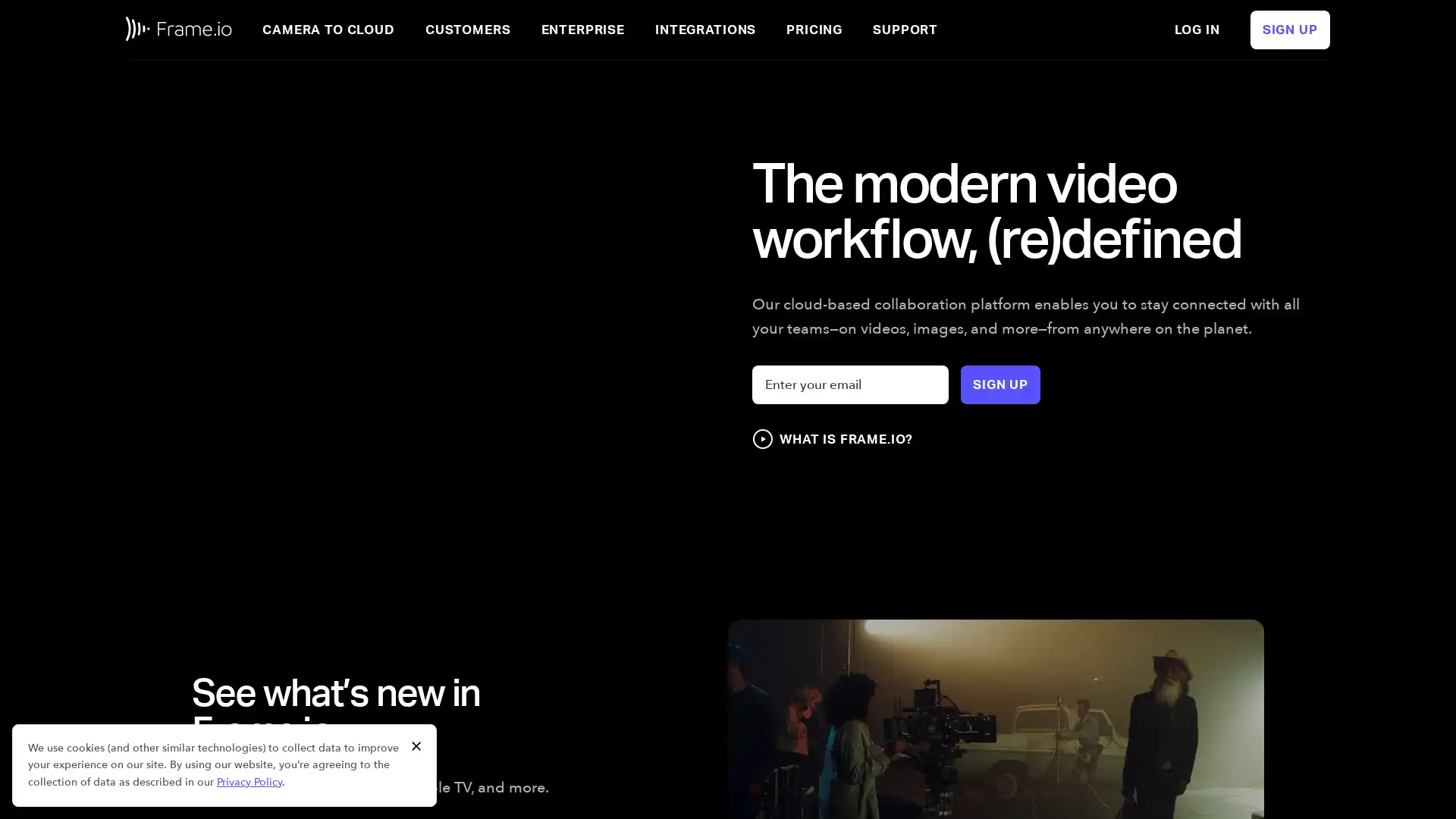  Describe the element at coordinates (831, 438) in the screenshot. I see `WHAT IS FRAME.IO?` at that location.